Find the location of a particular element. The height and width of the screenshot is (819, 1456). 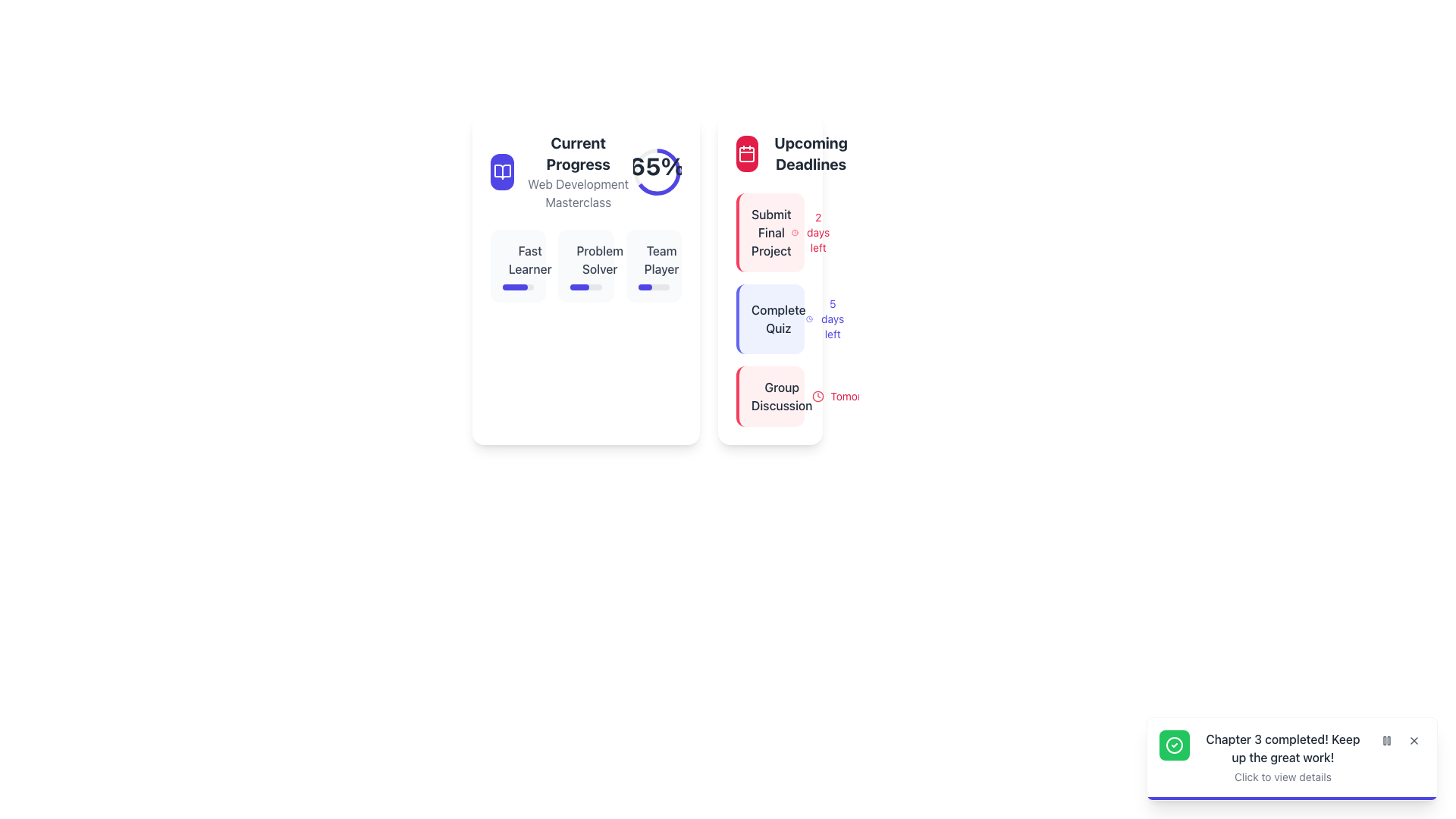

the circular progress indicator displaying '65%' in the 'Current Progress' card, located near the top right of the card layout is located at coordinates (657, 171).